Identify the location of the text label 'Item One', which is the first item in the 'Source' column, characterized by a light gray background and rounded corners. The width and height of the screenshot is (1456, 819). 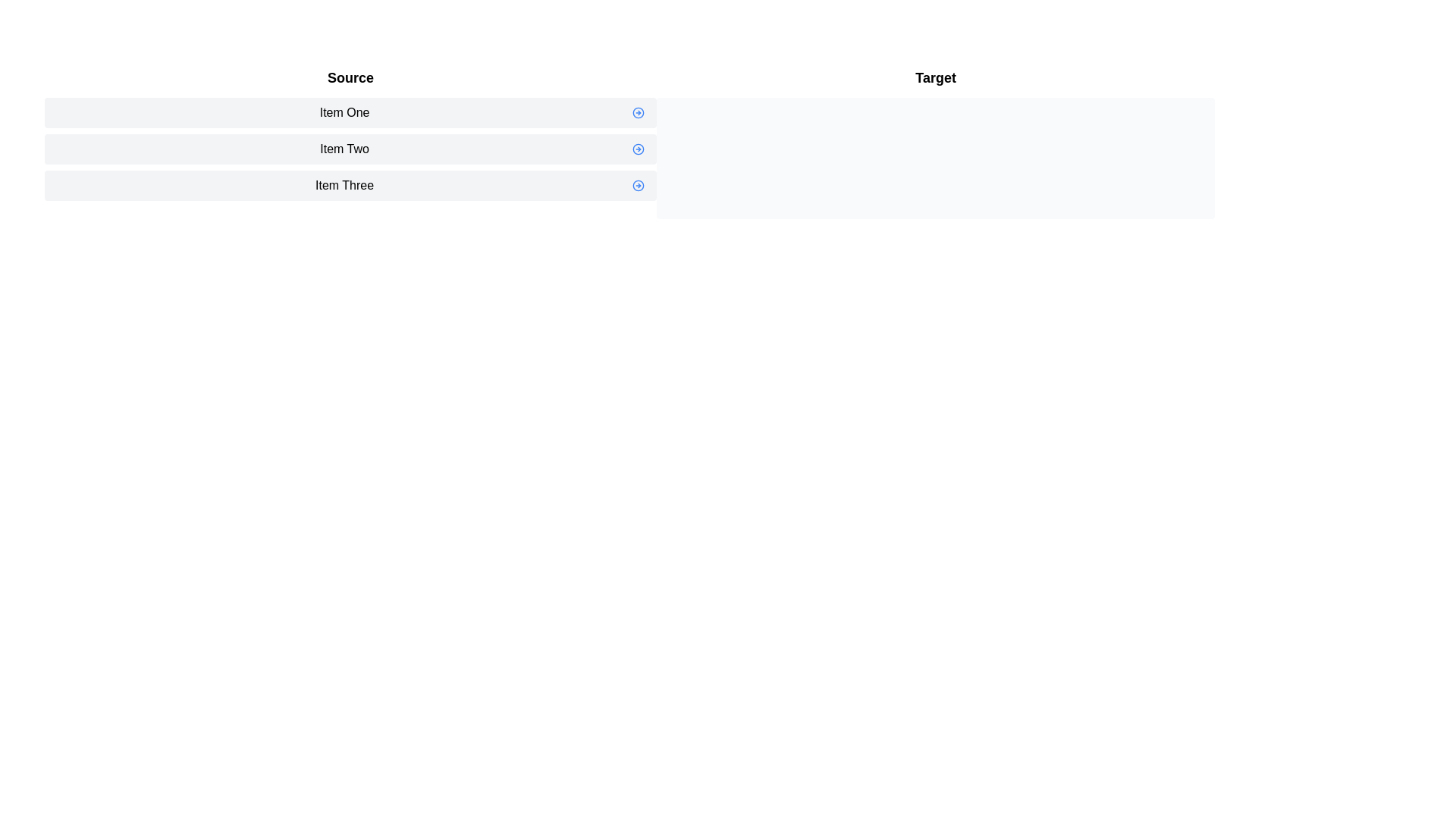
(350, 112).